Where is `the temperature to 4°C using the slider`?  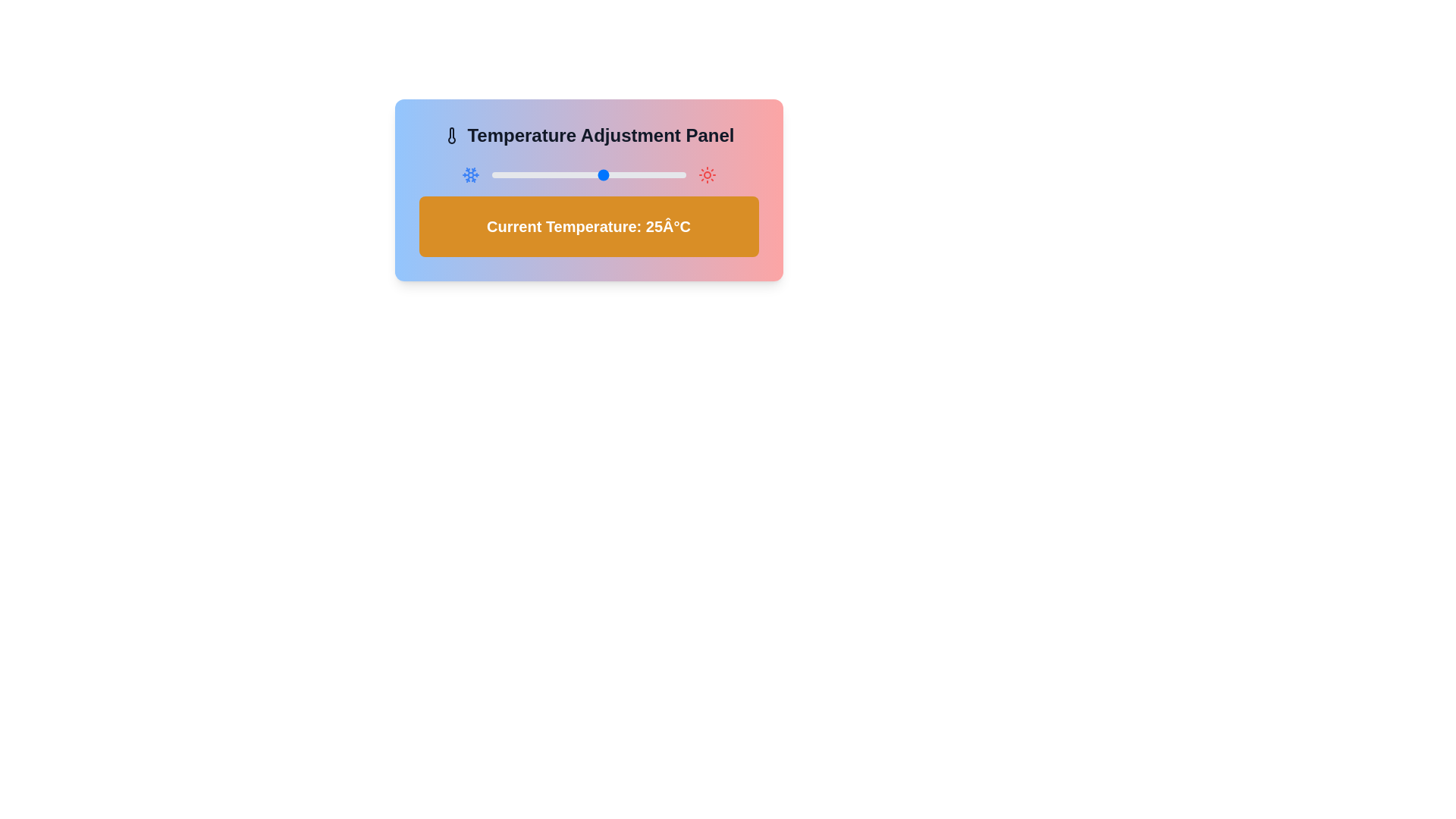 the temperature to 4°C using the slider is located at coordinates (537, 174).